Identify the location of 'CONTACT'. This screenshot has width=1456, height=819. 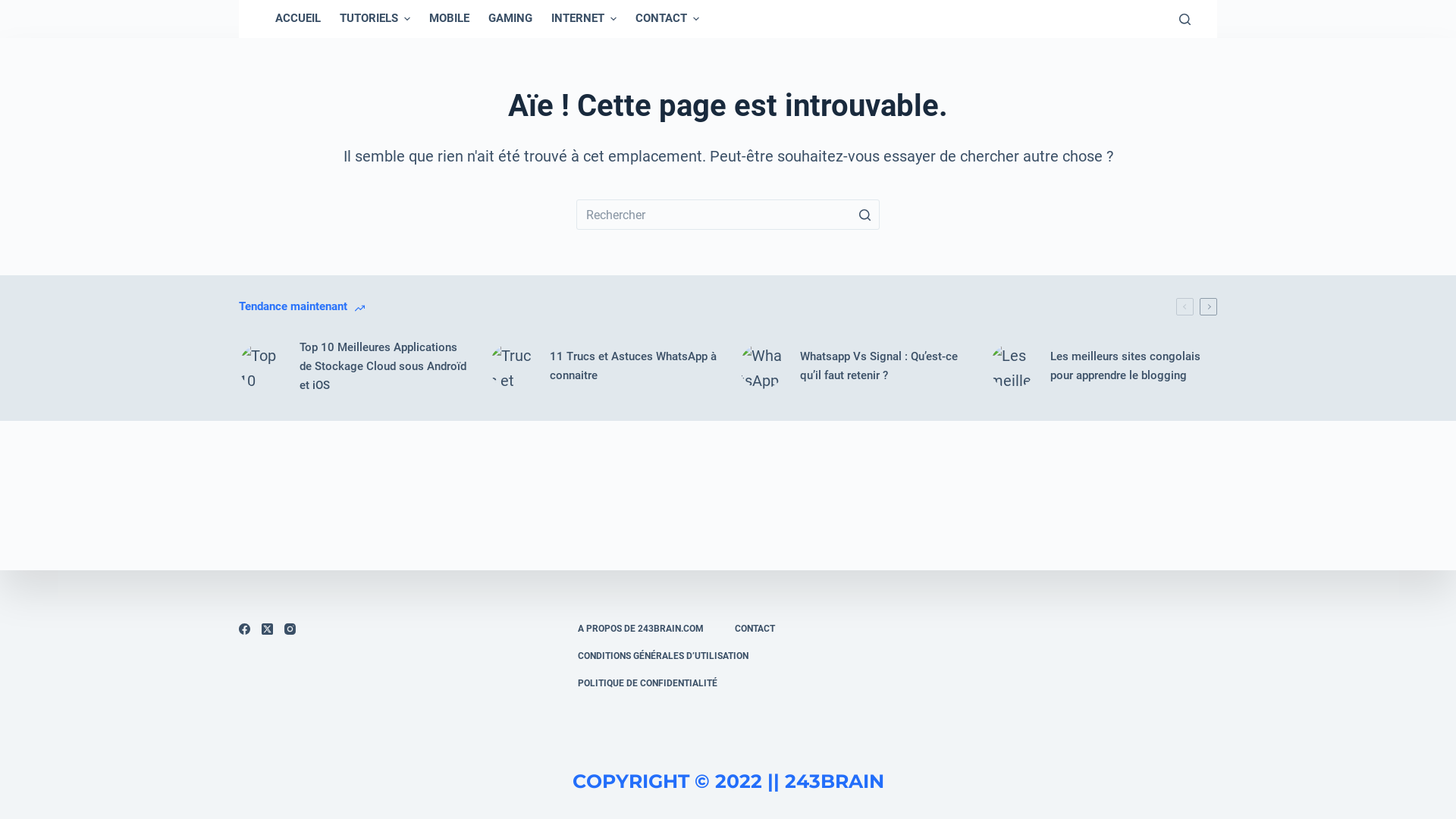
(718, 629).